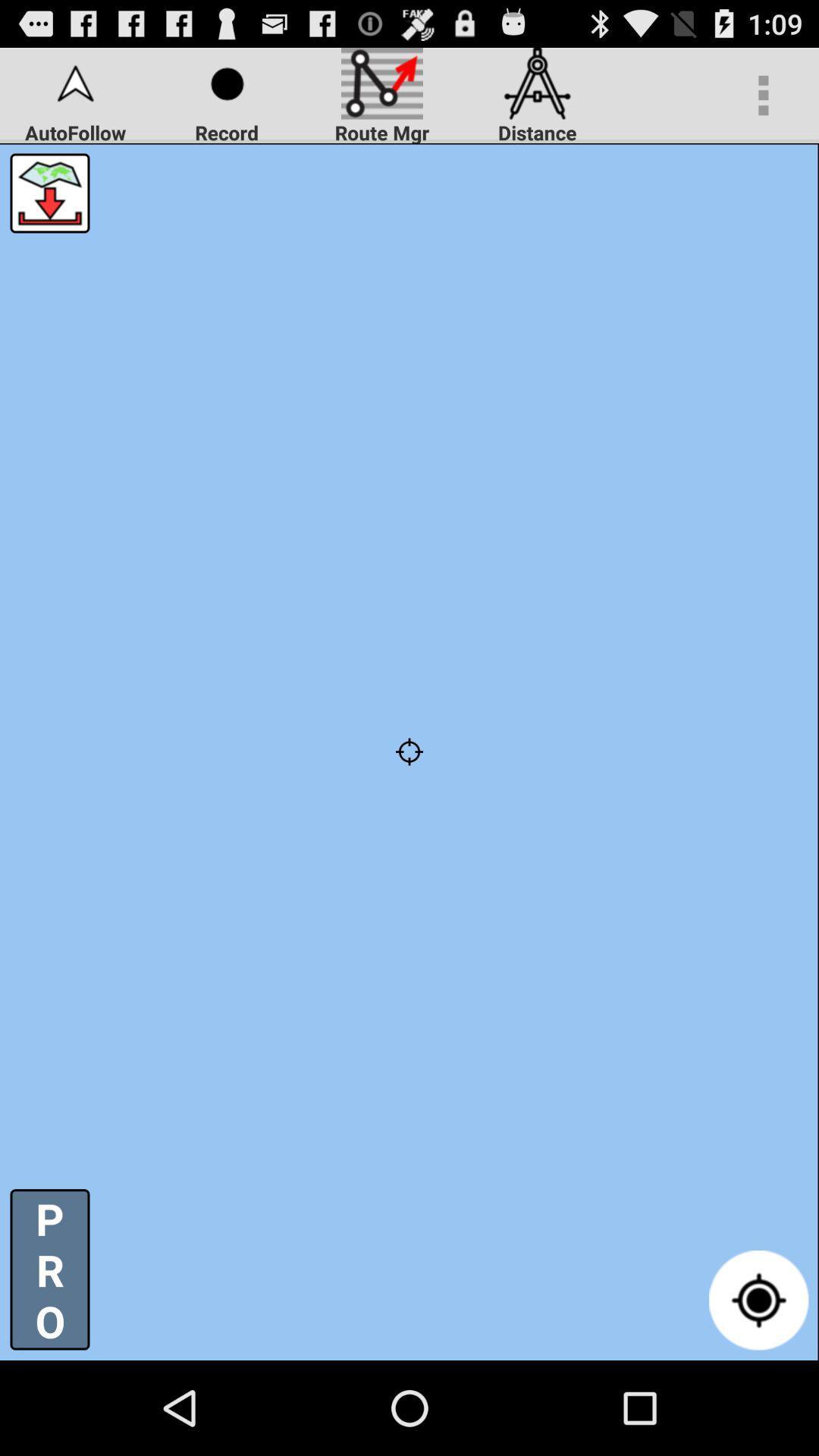  Describe the element at coordinates (49, 192) in the screenshot. I see `open map` at that location.